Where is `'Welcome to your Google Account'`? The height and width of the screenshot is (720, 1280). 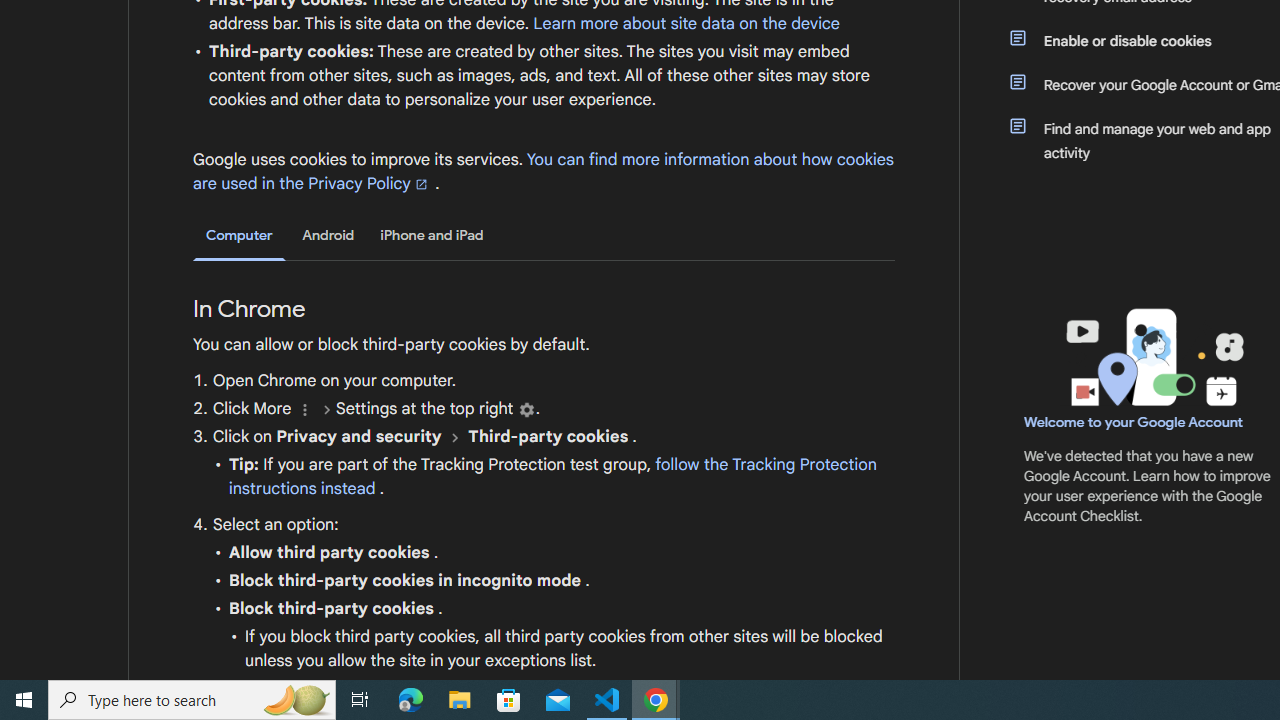 'Welcome to your Google Account' is located at coordinates (1134, 421).